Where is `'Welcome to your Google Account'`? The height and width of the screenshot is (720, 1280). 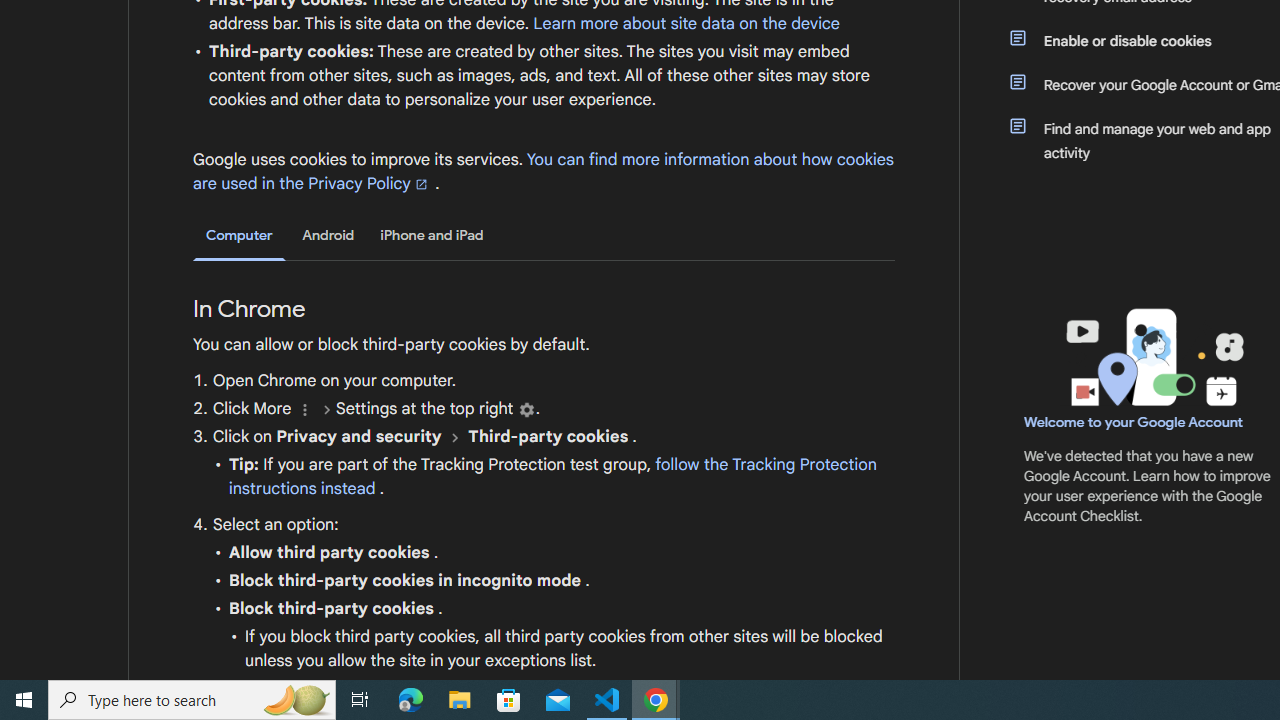 'Welcome to your Google Account' is located at coordinates (1134, 421).